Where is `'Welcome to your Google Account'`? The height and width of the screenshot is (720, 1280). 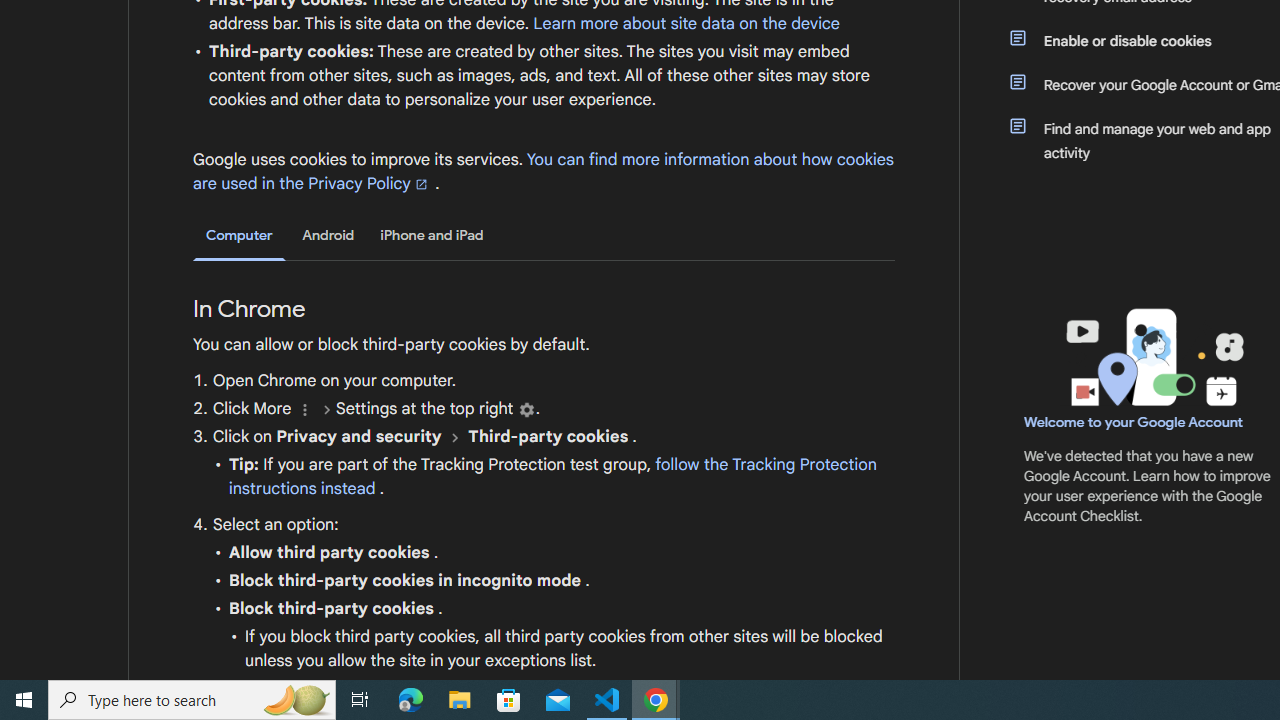 'Welcome to your Google Account' is located at coordinates (1134, 421).